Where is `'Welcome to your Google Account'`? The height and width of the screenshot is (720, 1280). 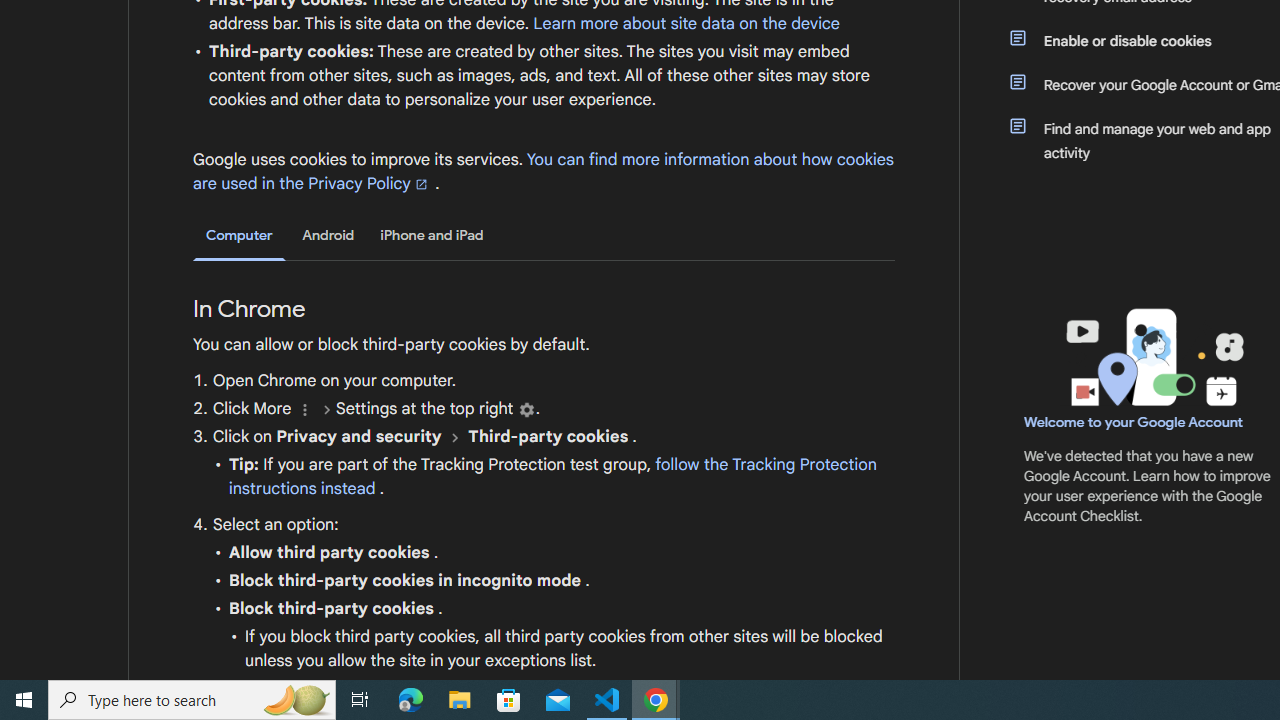 'Welcome to your Google Account' is located at coordinates (1134, 421).